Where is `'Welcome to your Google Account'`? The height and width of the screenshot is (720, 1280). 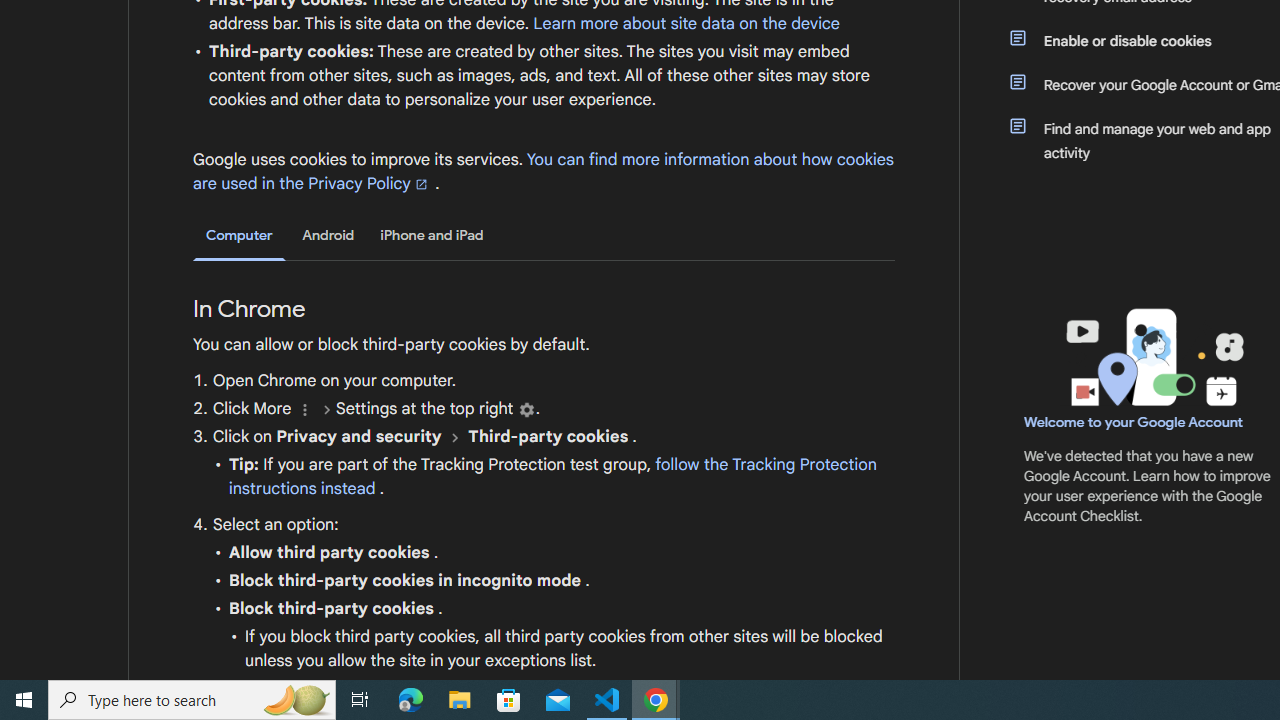 'Welcome to your Google Account' is located at coordinates (1134, 421).